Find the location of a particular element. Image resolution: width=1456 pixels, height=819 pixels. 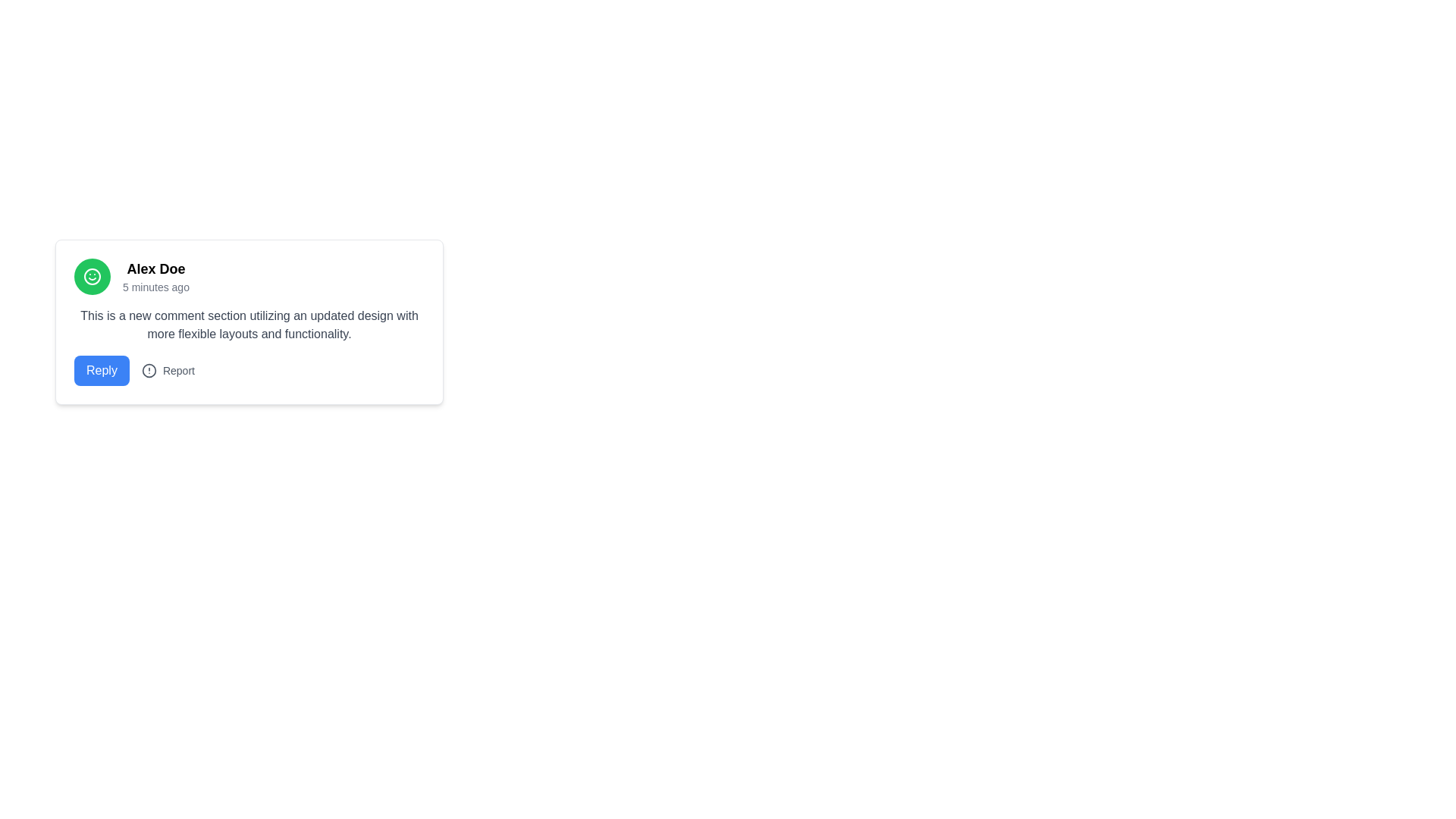

the green circular avatar image with a smiley face located at the top-left corner of the comment card, next to 'Alex Doe' and '5 minutes ago' is located at coordinates (91, 277).